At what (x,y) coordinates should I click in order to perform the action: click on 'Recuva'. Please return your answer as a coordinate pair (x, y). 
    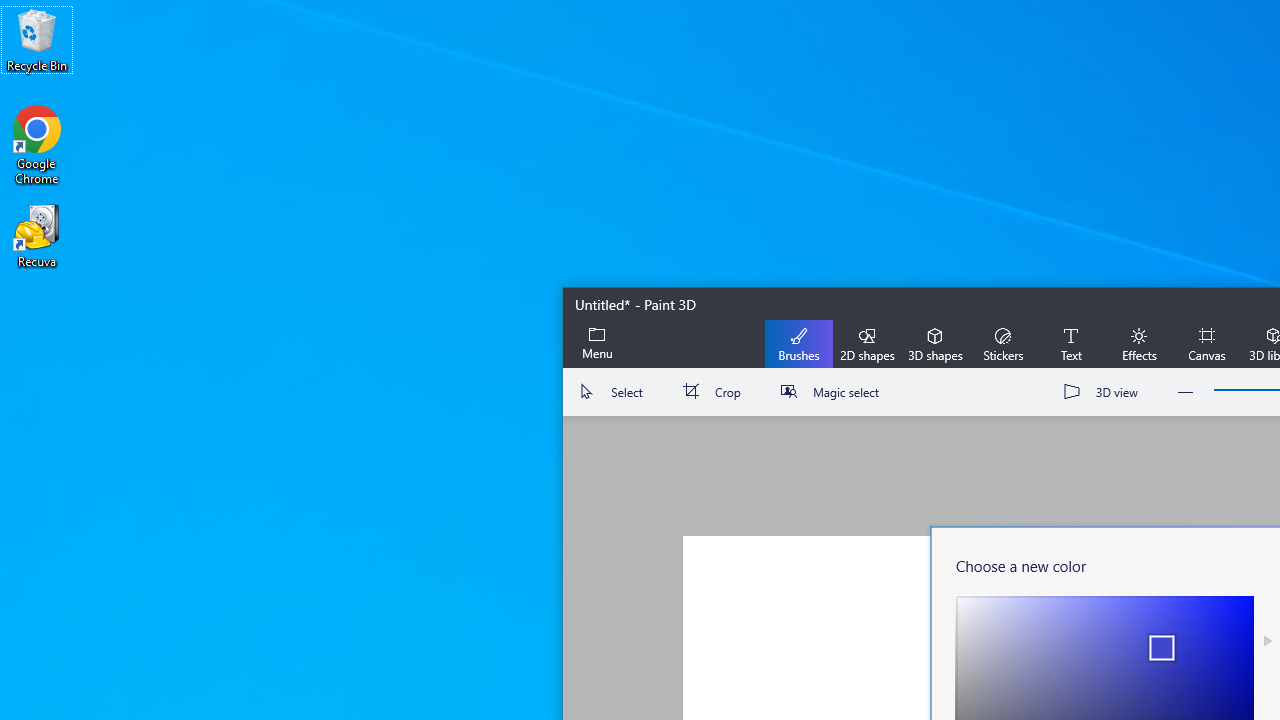
    Looking at the image, I should click on (37, 234).